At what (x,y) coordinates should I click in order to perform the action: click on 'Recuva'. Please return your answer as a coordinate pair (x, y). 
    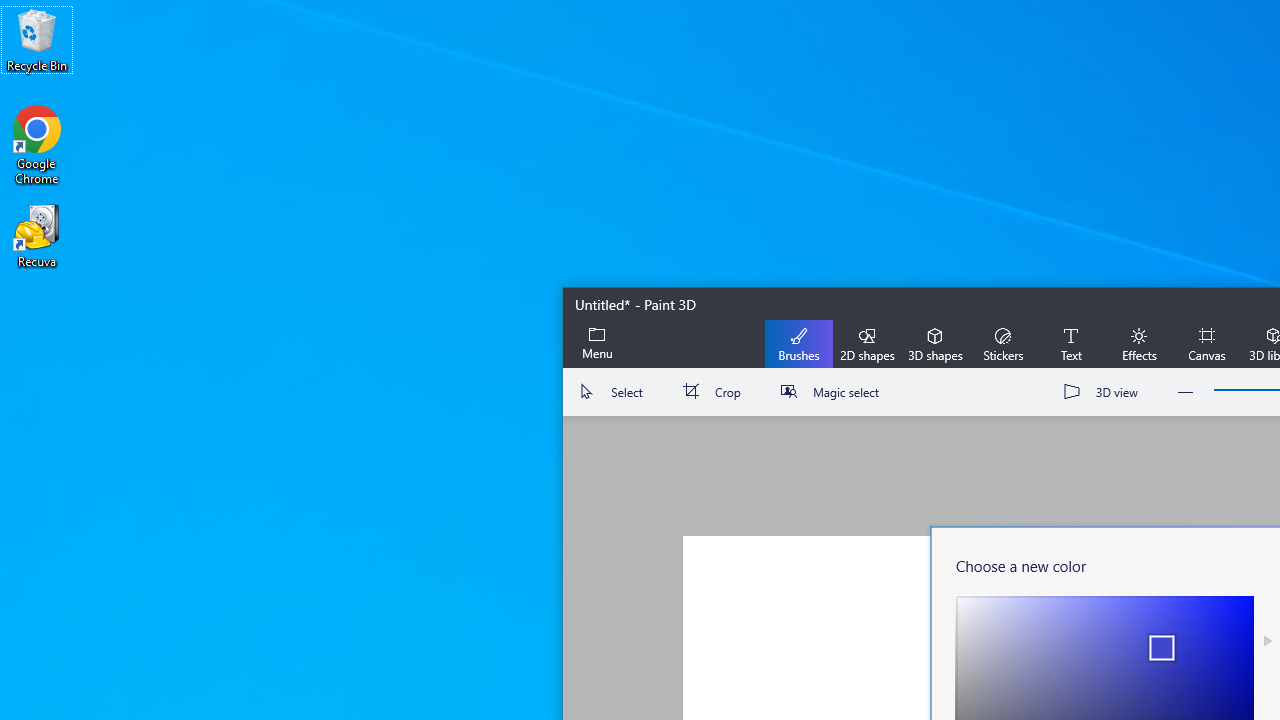
    Looking at the image, I should click on (37, 234).